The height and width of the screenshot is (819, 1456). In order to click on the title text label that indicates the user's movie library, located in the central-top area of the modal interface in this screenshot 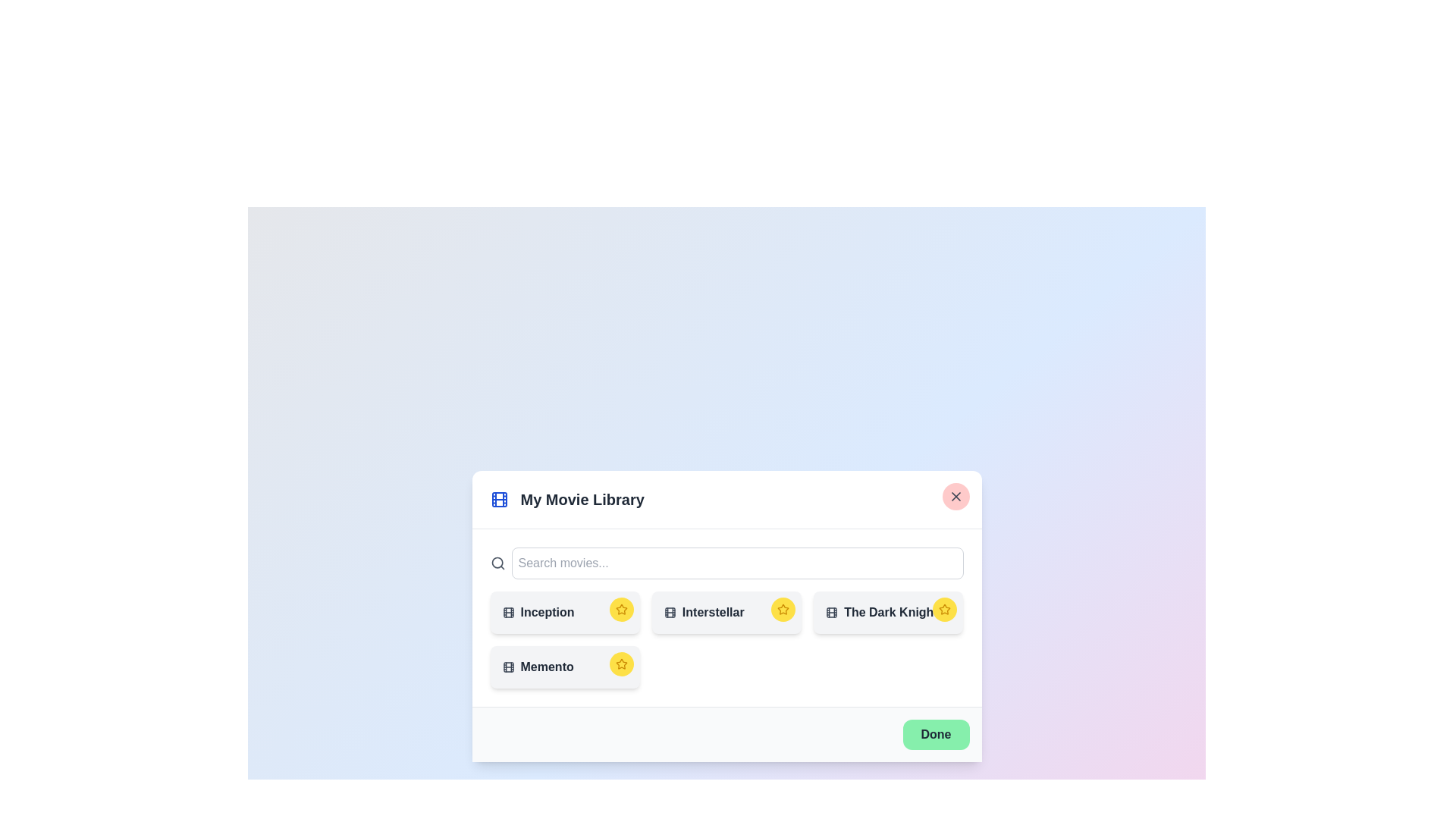, I will do `click(582, 500)`.